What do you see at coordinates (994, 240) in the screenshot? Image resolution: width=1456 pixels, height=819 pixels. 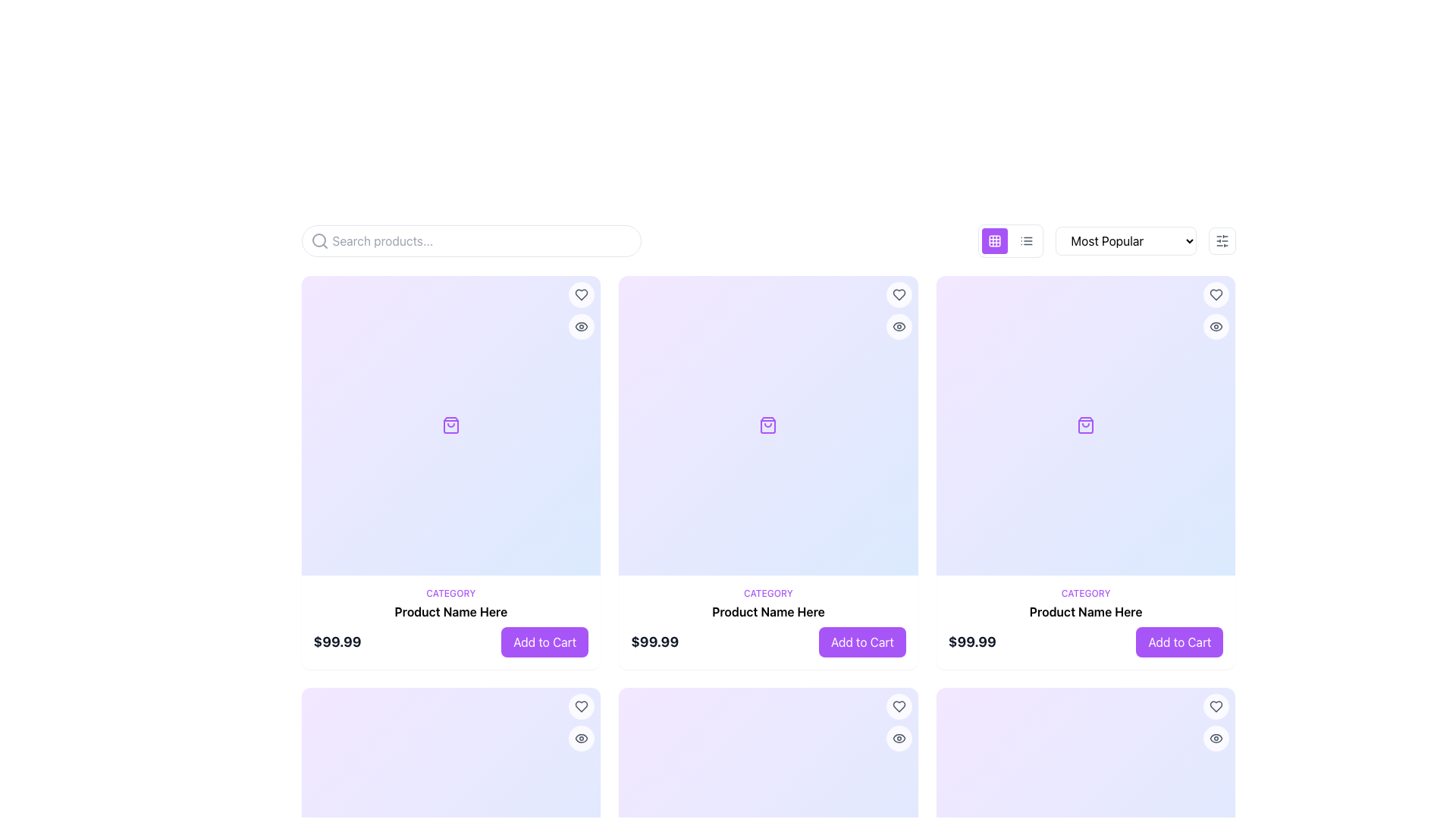 I see `the square icon depicting a 3x3 grid layout with a purple background` at bounding box center [994, 240].